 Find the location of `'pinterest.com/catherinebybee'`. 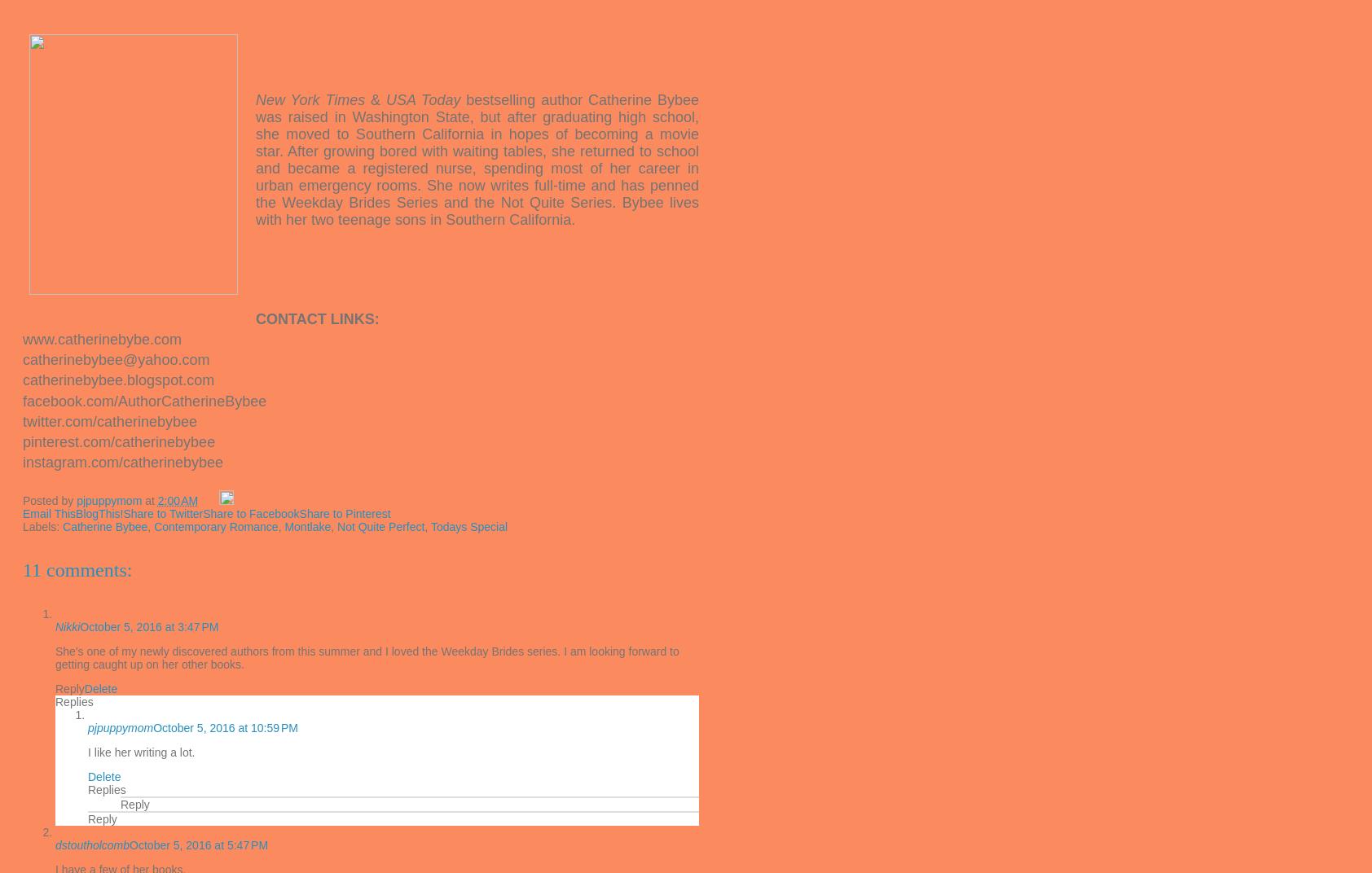

'pinterest.com/catherinebybee' is located at coordinates (118, 441).